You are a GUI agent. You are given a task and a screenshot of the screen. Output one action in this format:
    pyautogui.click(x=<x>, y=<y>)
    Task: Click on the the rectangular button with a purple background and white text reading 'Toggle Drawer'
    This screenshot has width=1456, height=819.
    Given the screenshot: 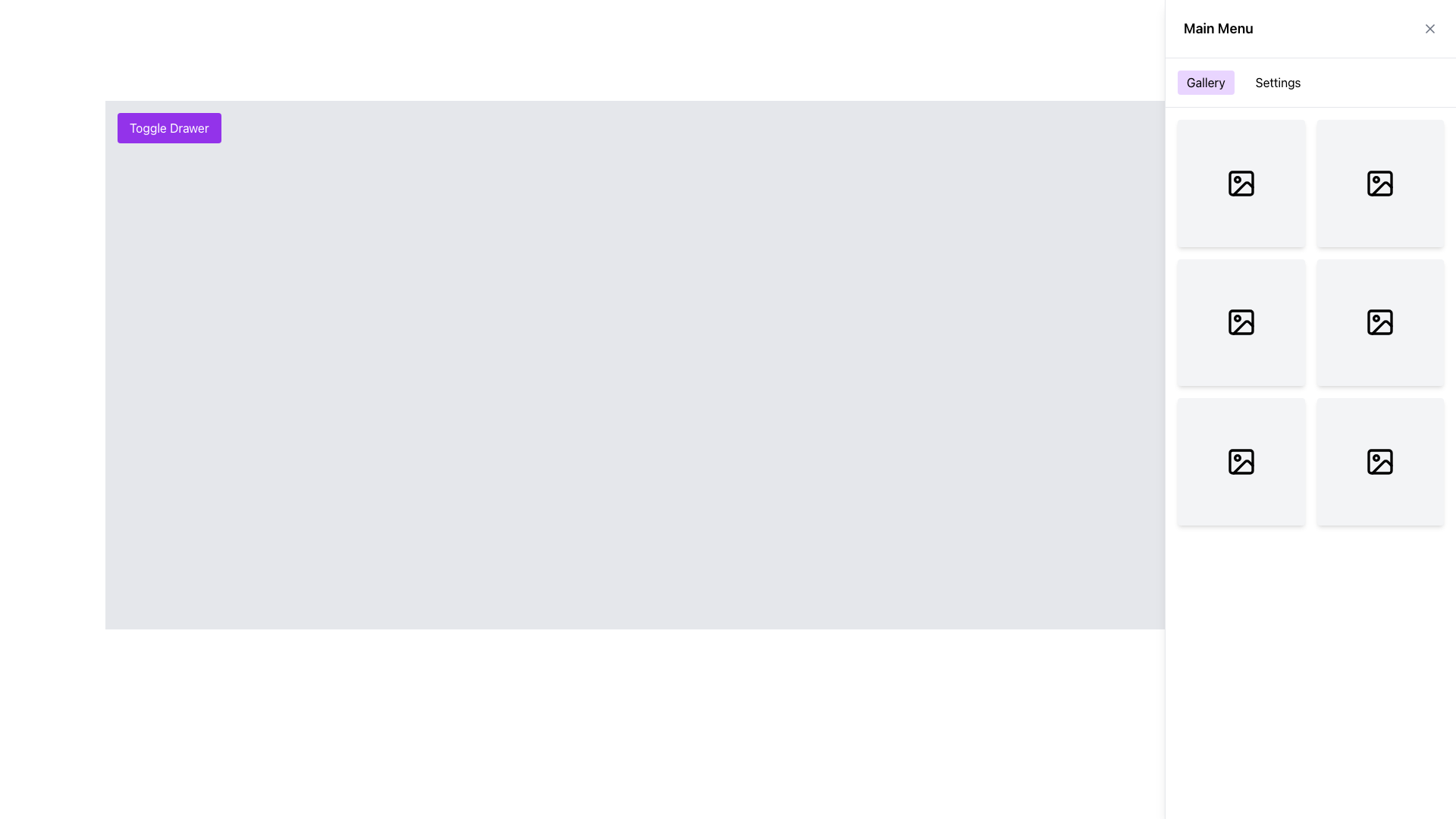 What is the action you would take?
    pyautogui.click(x=169, y=127)
    